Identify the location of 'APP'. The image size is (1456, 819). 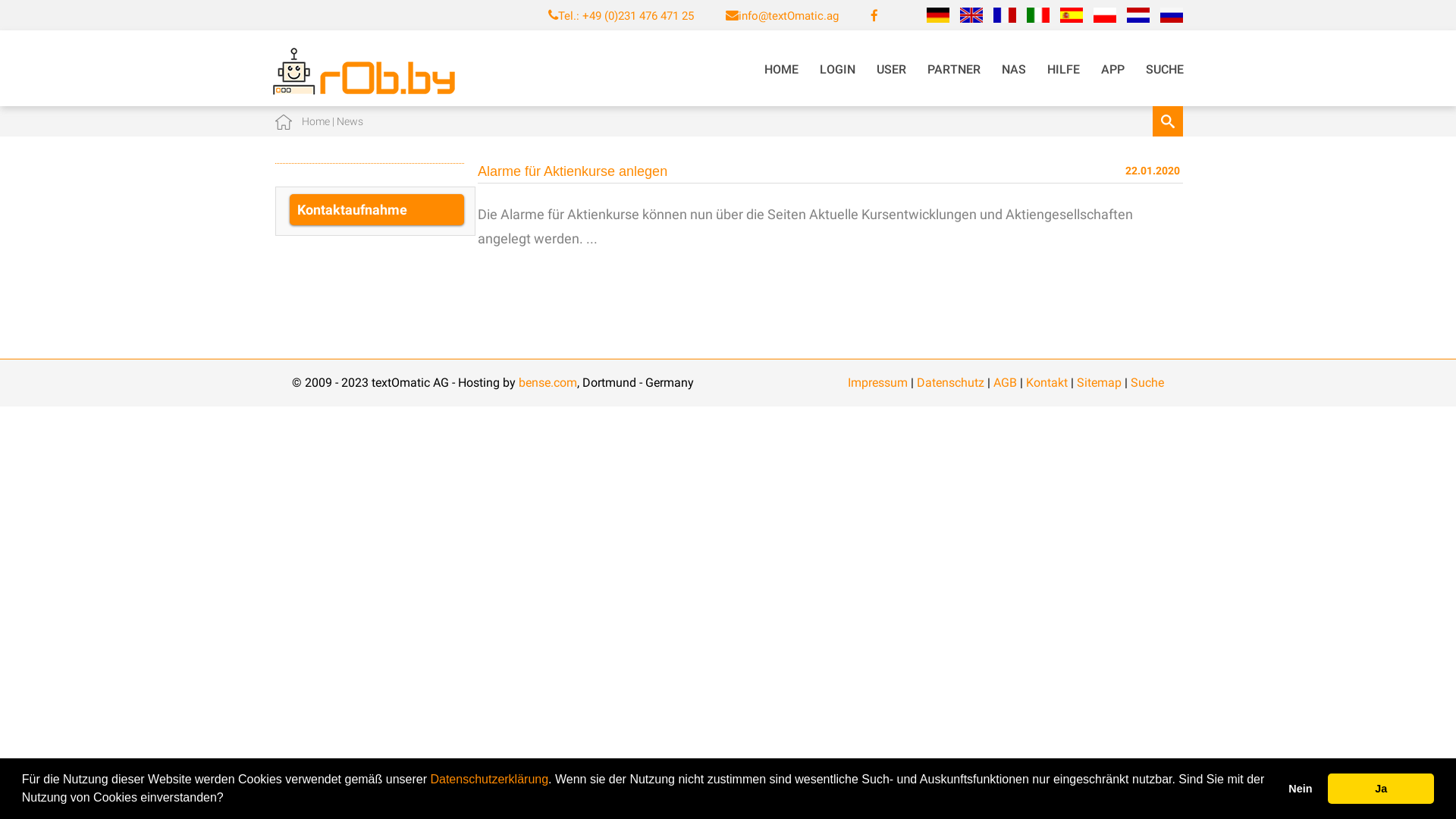
(1112, 69).